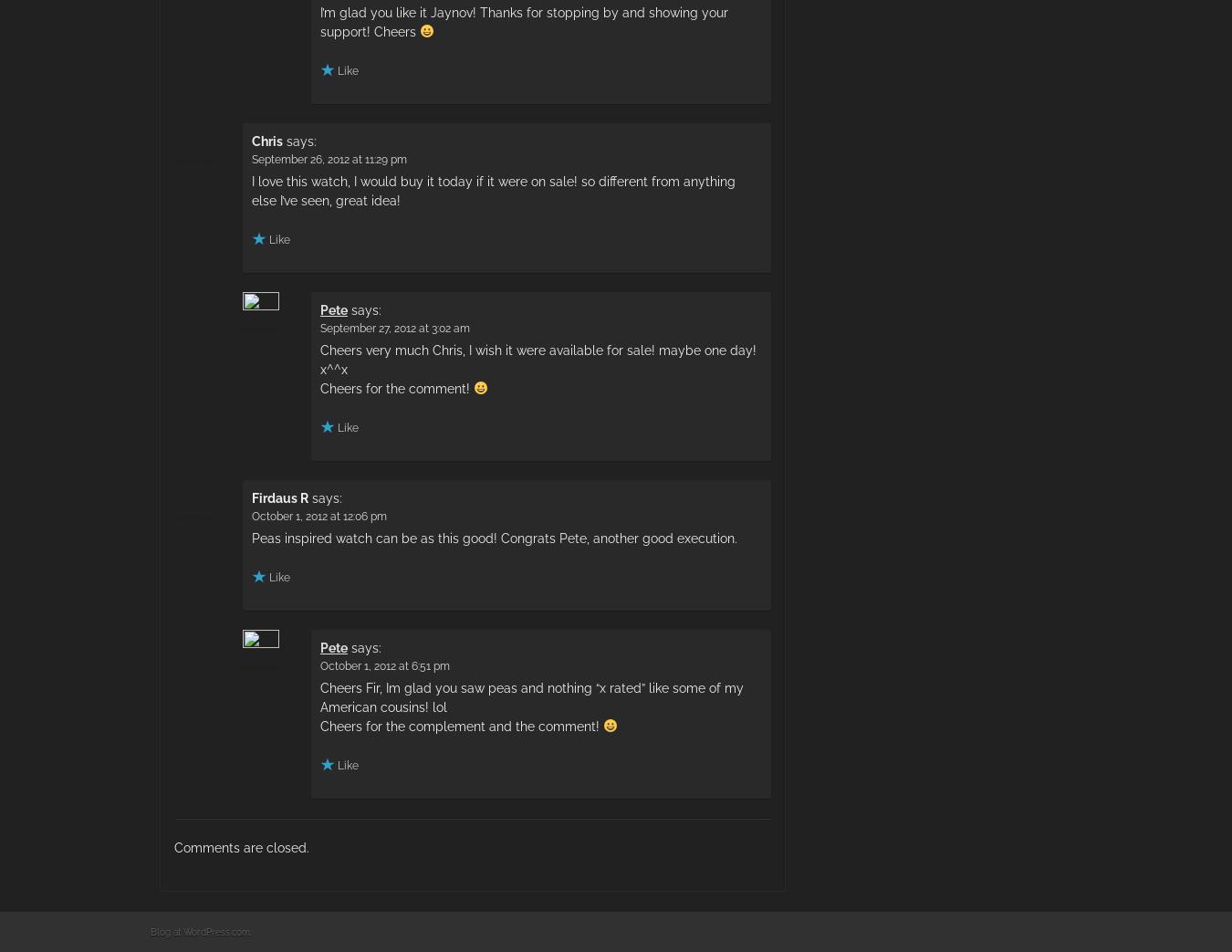 This screenshot has width=1232, height=952. What do you see at coordinates (532, 696) in the screenshot?
I see `'Cheers Fir, Im glad you saw peas and nothing “x rated” like some of my American cousins! lol'` at bounding box center [532, 696].